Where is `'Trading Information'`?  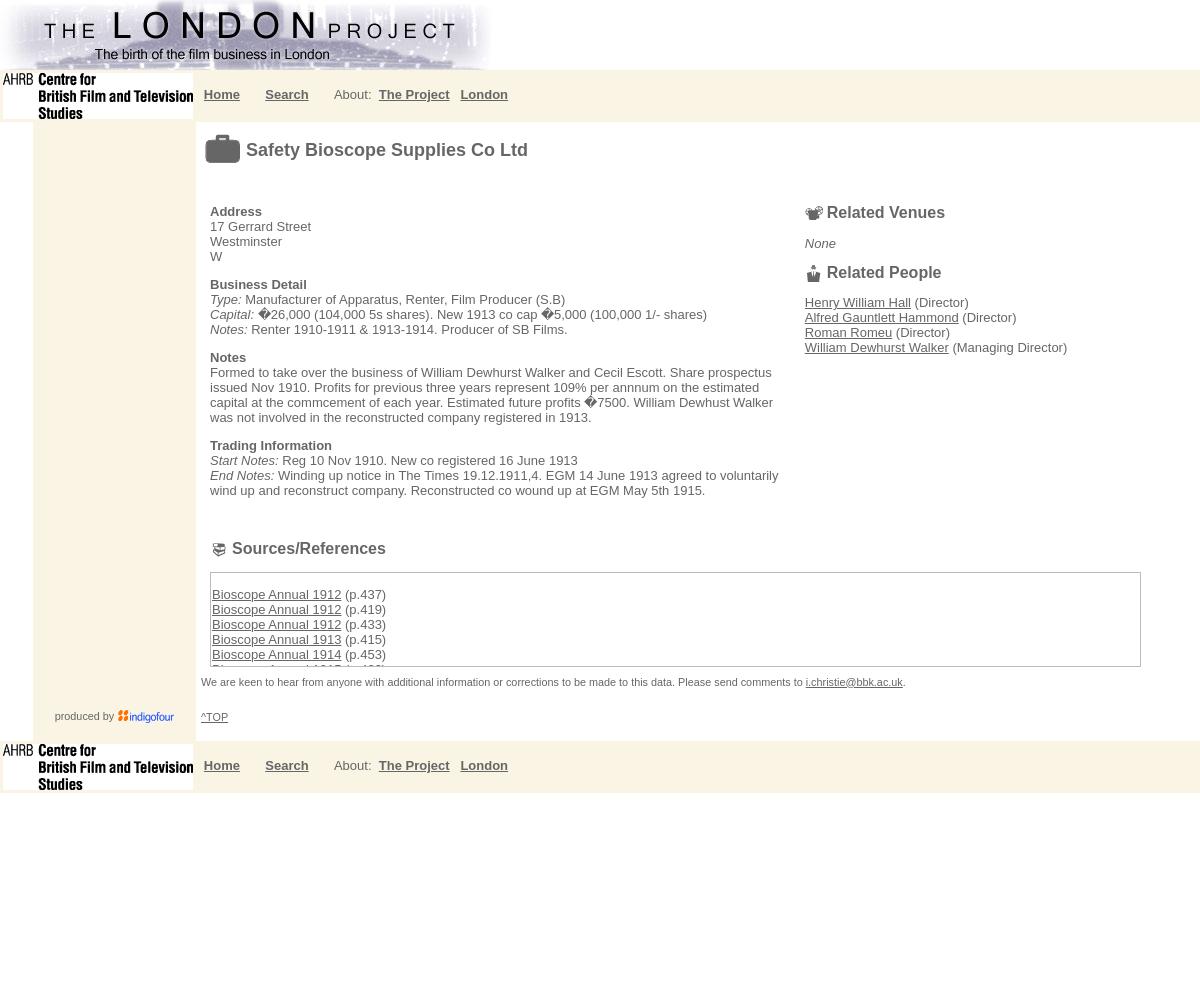
'Trading Information' is located at coordinates (269, 444).